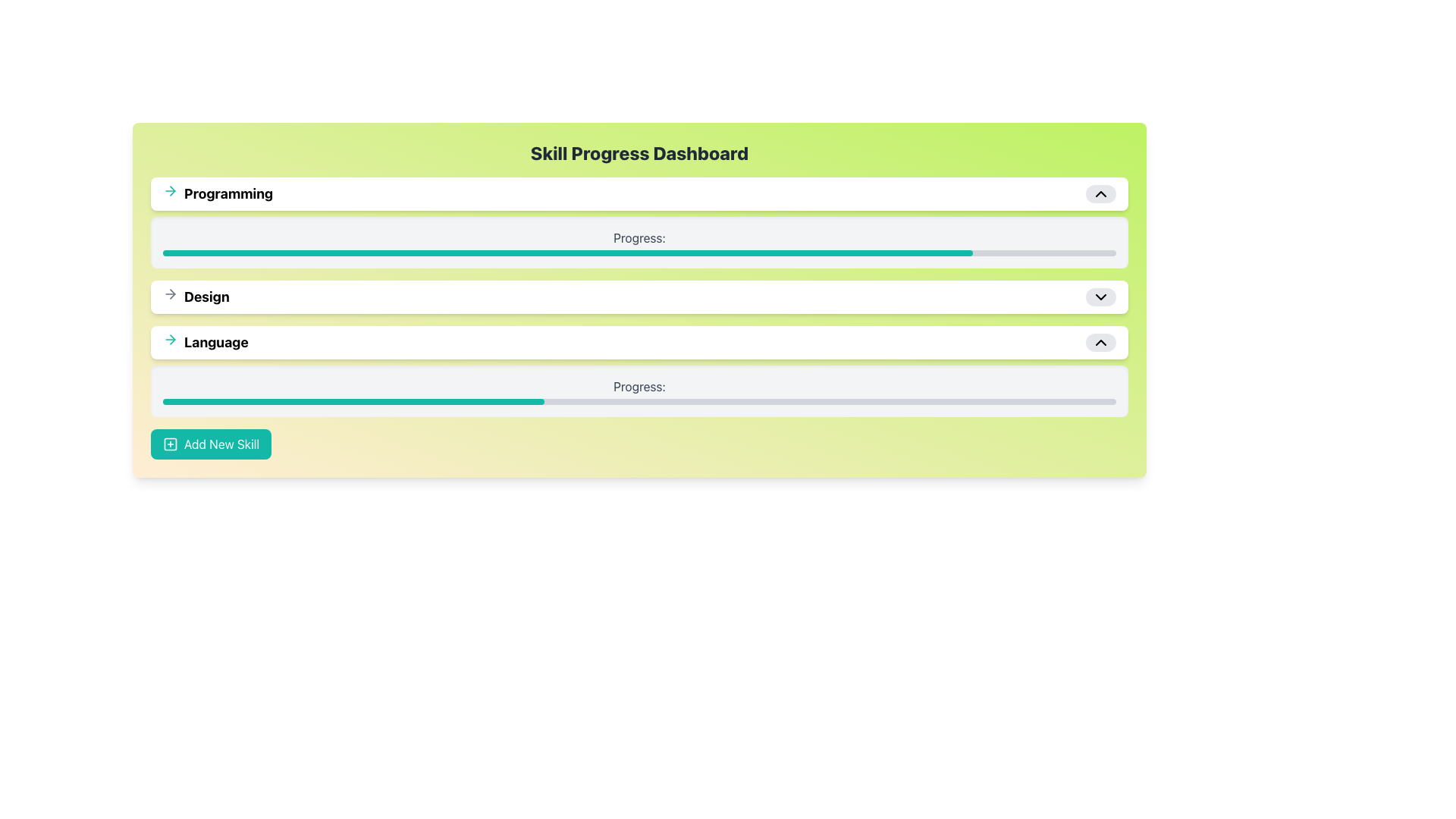 The image size is (1456, 819). I want to click on the 'Language' label with the teal arrow icon to initiate the same interaction, so click(205, 342).